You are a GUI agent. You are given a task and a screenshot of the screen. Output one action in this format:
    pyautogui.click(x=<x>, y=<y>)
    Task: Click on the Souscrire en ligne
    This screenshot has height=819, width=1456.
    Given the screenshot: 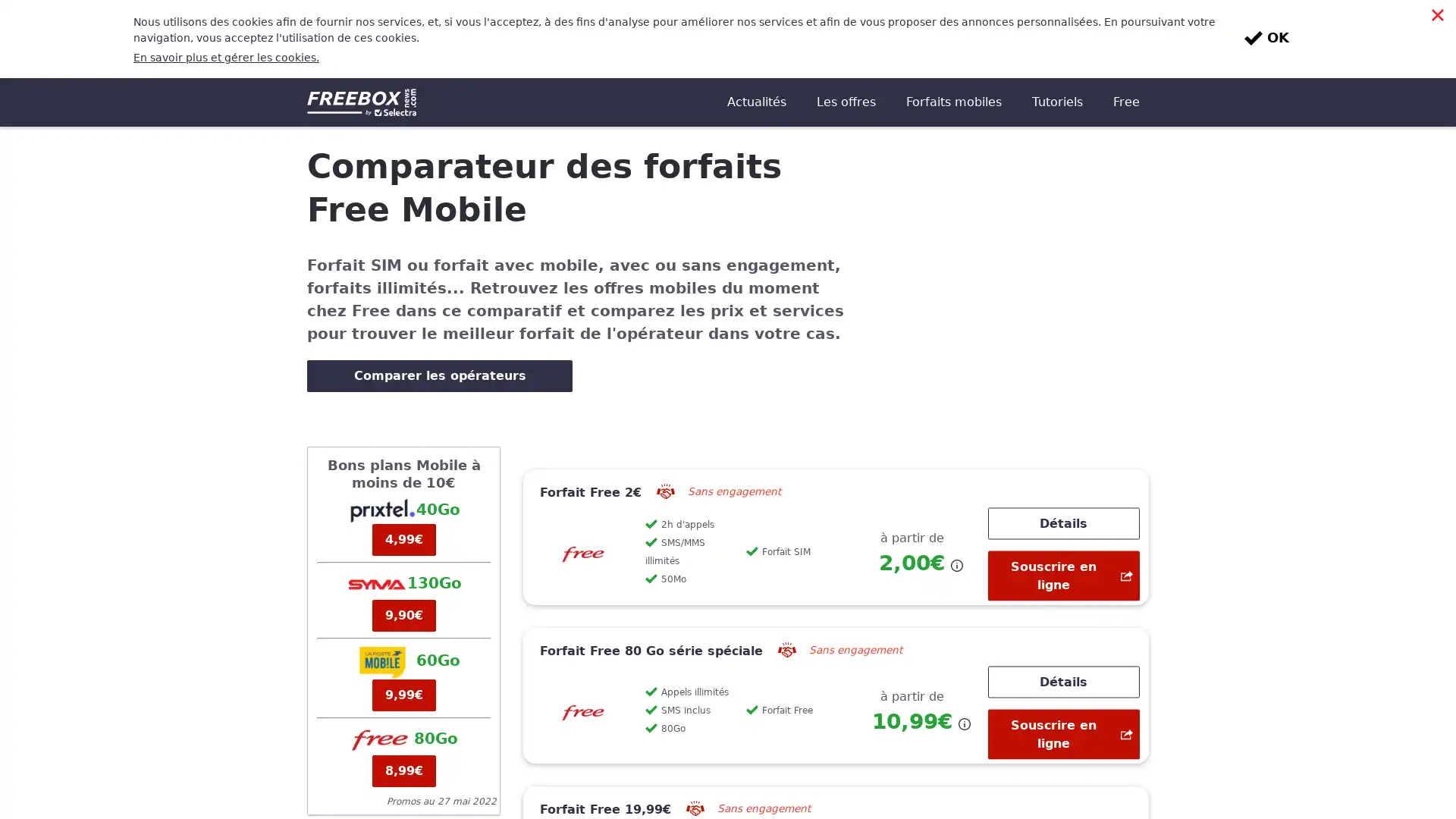 What is the action you would take?
    pyautogui.click(x=1062, y=654)
    